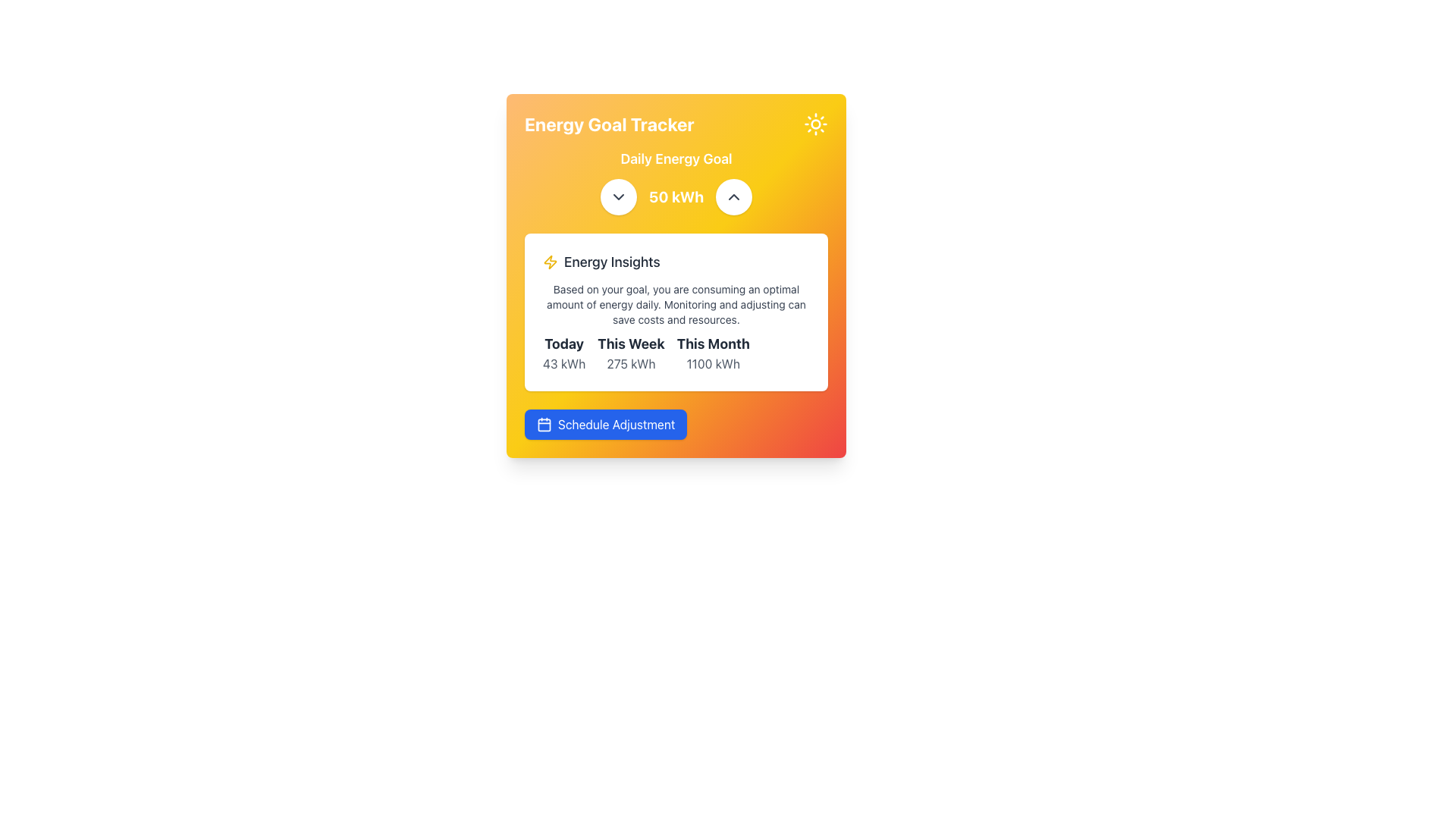 This screenshot has height=819, width=1456. What do you see at coordinates (631, 363) in the screenshot?
I see `the text label displaying '275 kWh', which is located beneath the bolded label 'This Week' in the energy summary section` at bounding box center [631, 363].